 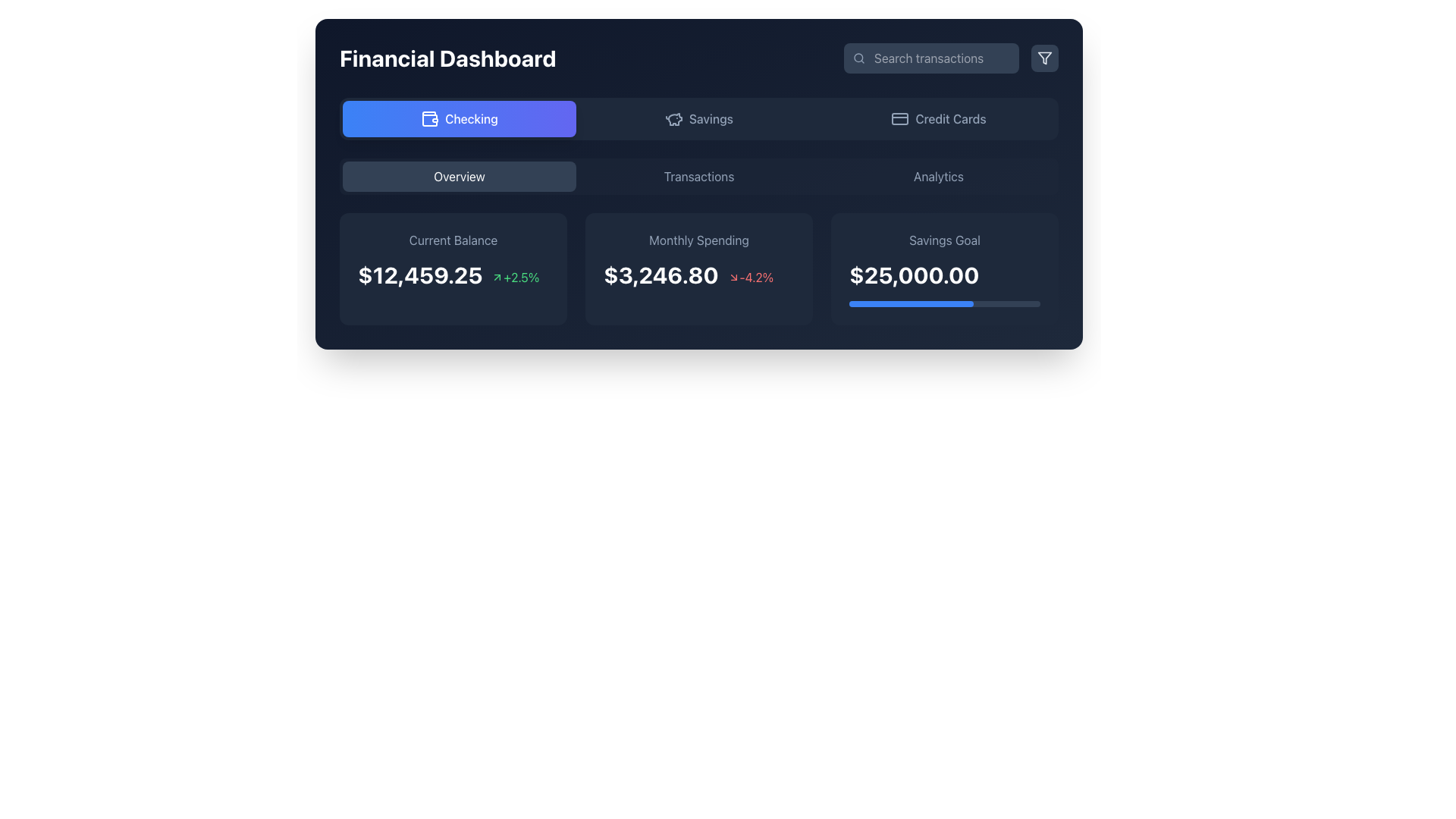 I want to click on the composite component consisting of three subcomponents: informational panels that summarize financial data, located beneath the navigation tabs in the central lower portion of the UI, so click(x=698, y=241).